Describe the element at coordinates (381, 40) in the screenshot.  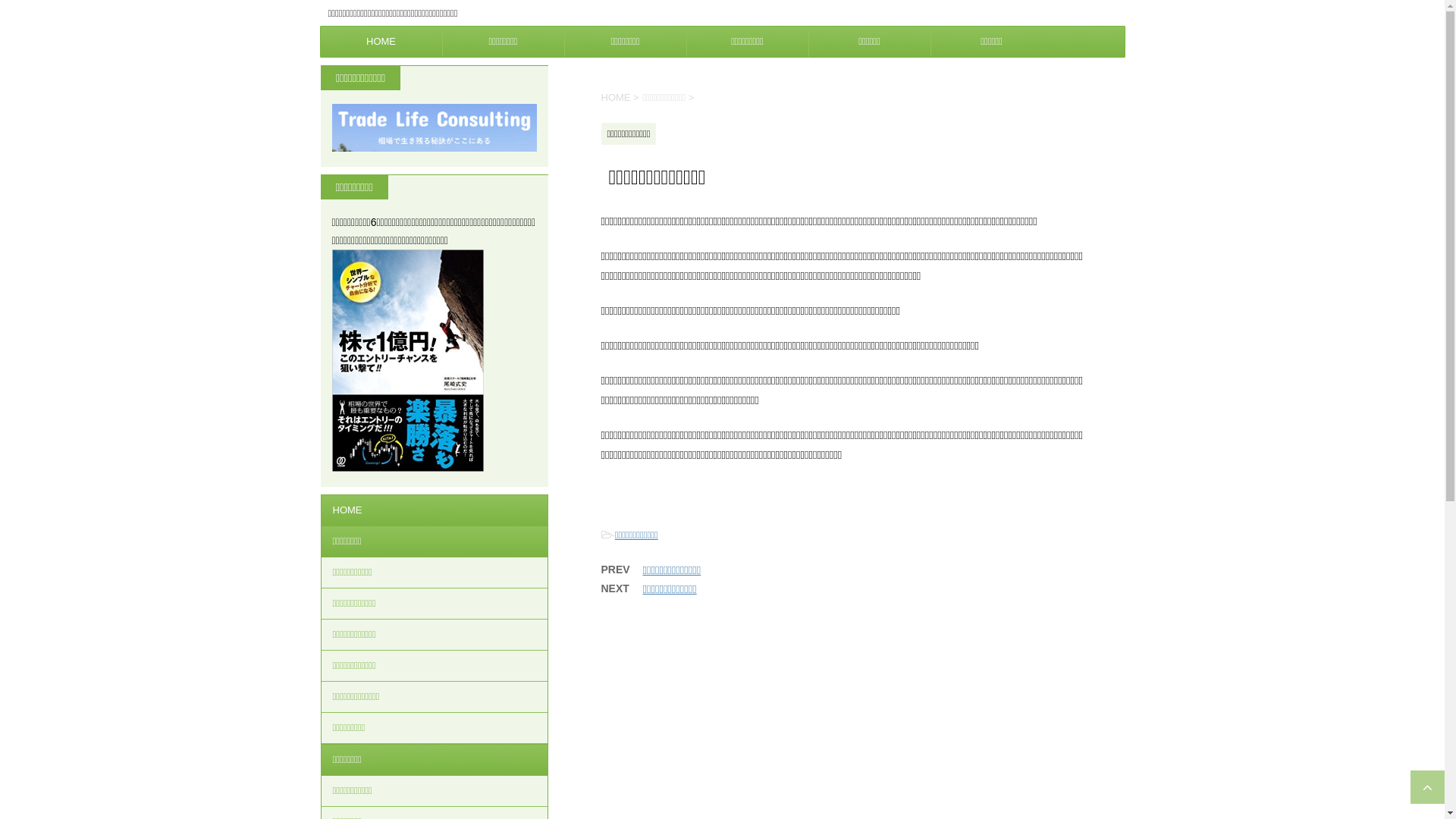
I see `'HOME'` at that location.